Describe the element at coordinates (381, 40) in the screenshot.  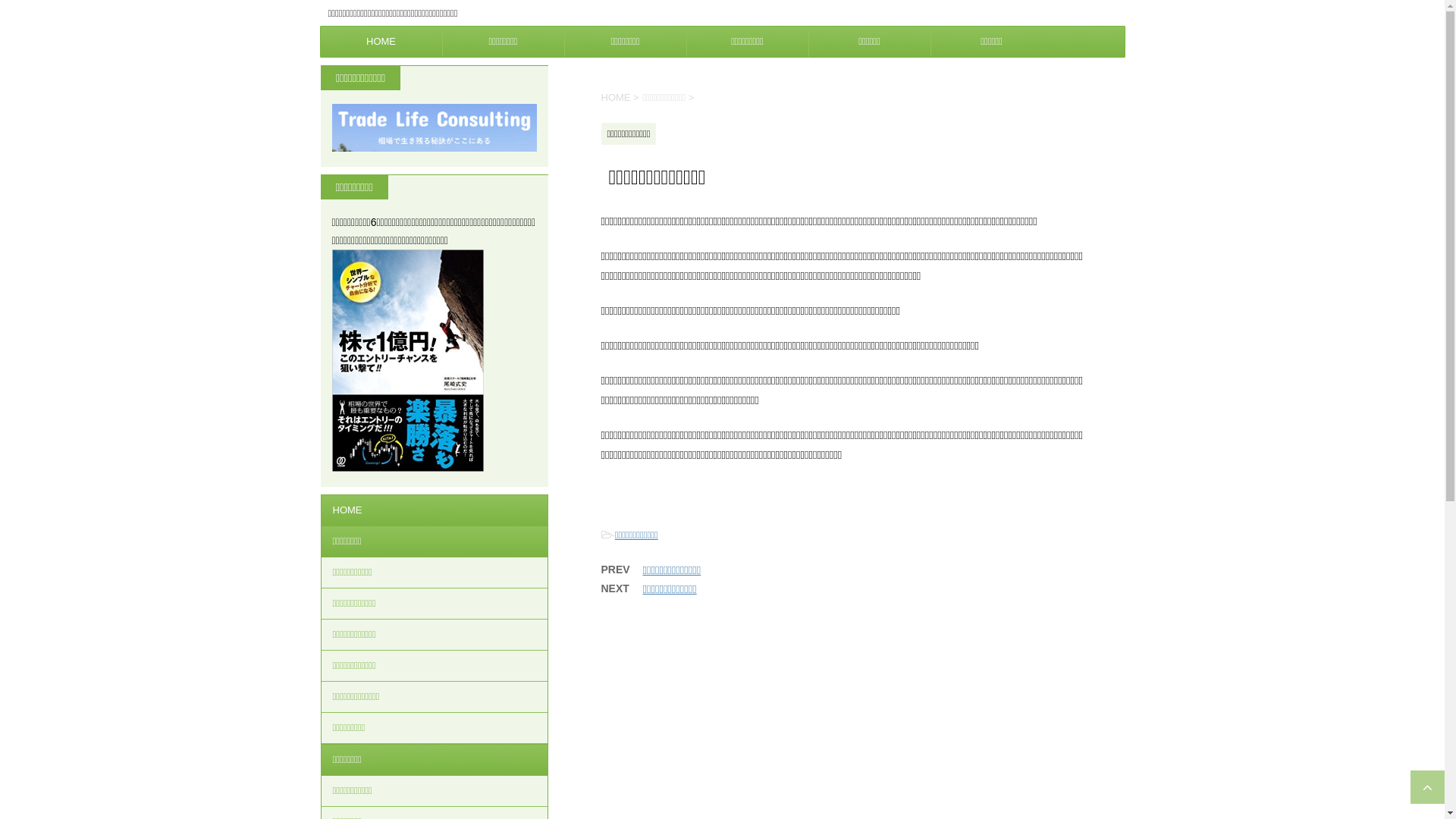
I see `'HOME'` at that location.